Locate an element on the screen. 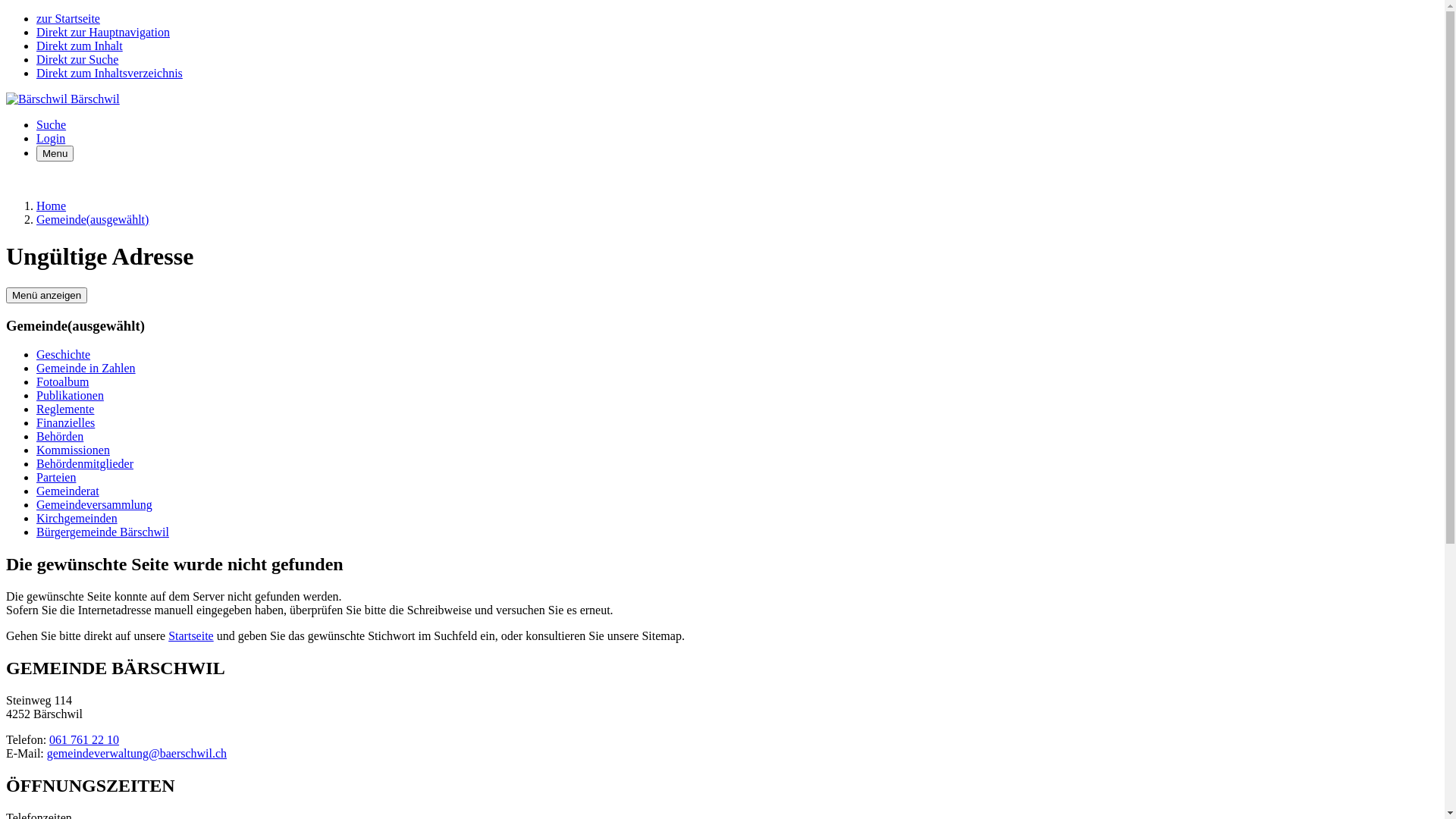  'Login' is located at coordinates (36, 138).